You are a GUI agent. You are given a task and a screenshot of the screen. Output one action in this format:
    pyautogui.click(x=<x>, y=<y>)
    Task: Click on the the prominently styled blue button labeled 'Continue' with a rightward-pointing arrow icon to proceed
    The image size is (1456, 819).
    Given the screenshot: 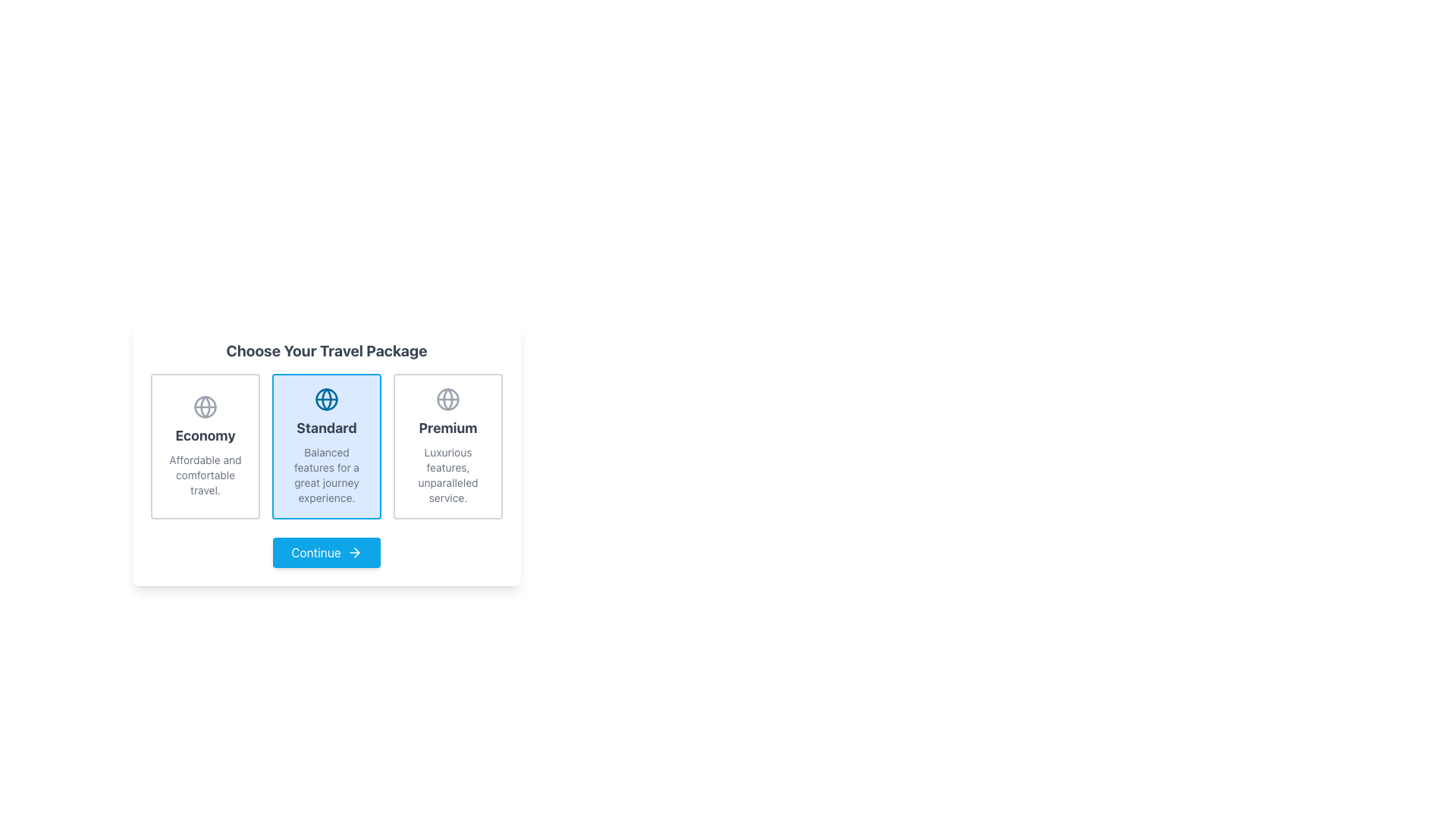 What is the action you would take?
    pyautogui.click(x=326, y=553)
    